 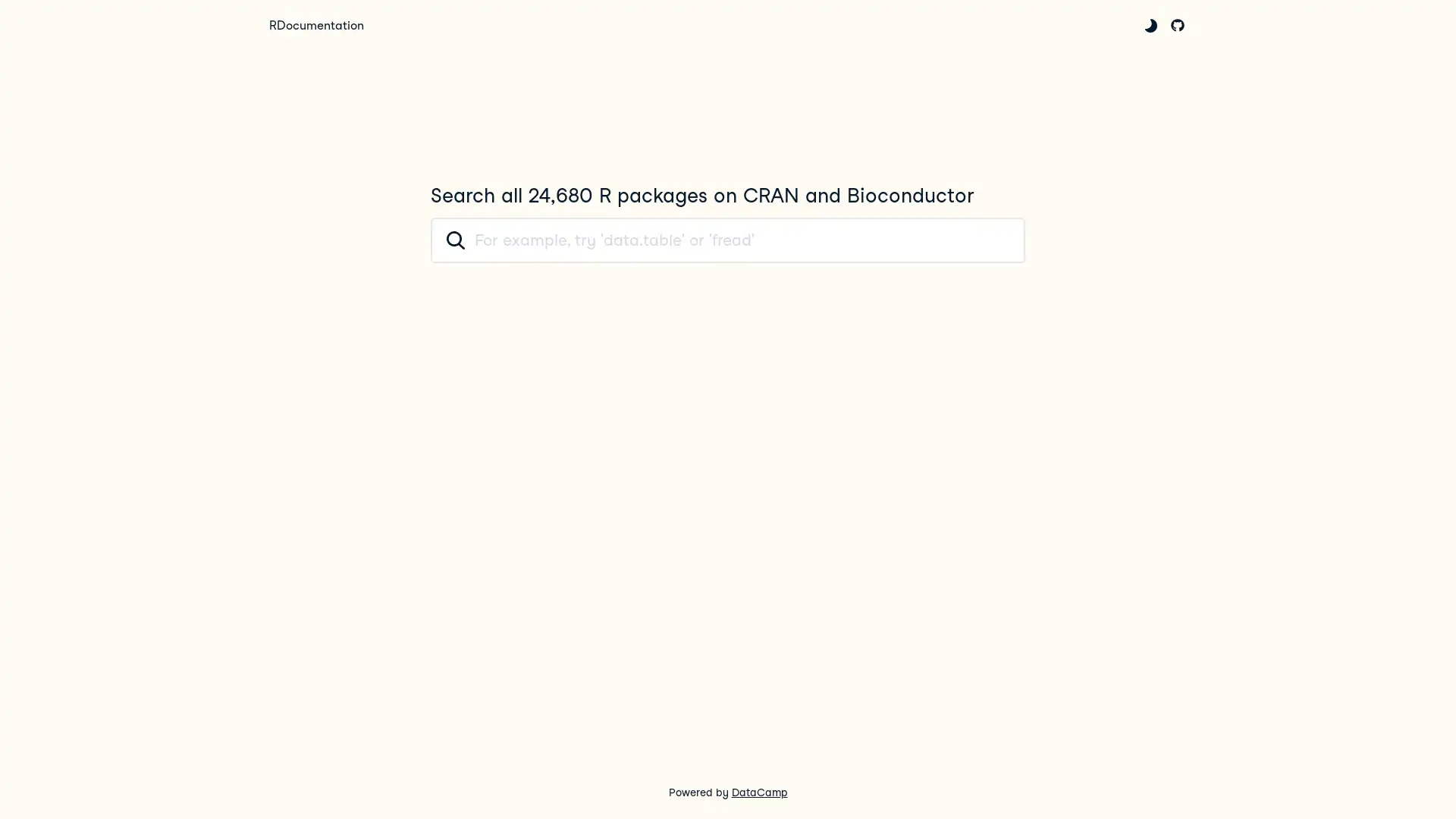 What do you see at coordinates (1150, 25) in the screenshot?
I see `toggle dark mode` at bounding box center [1150, 25].